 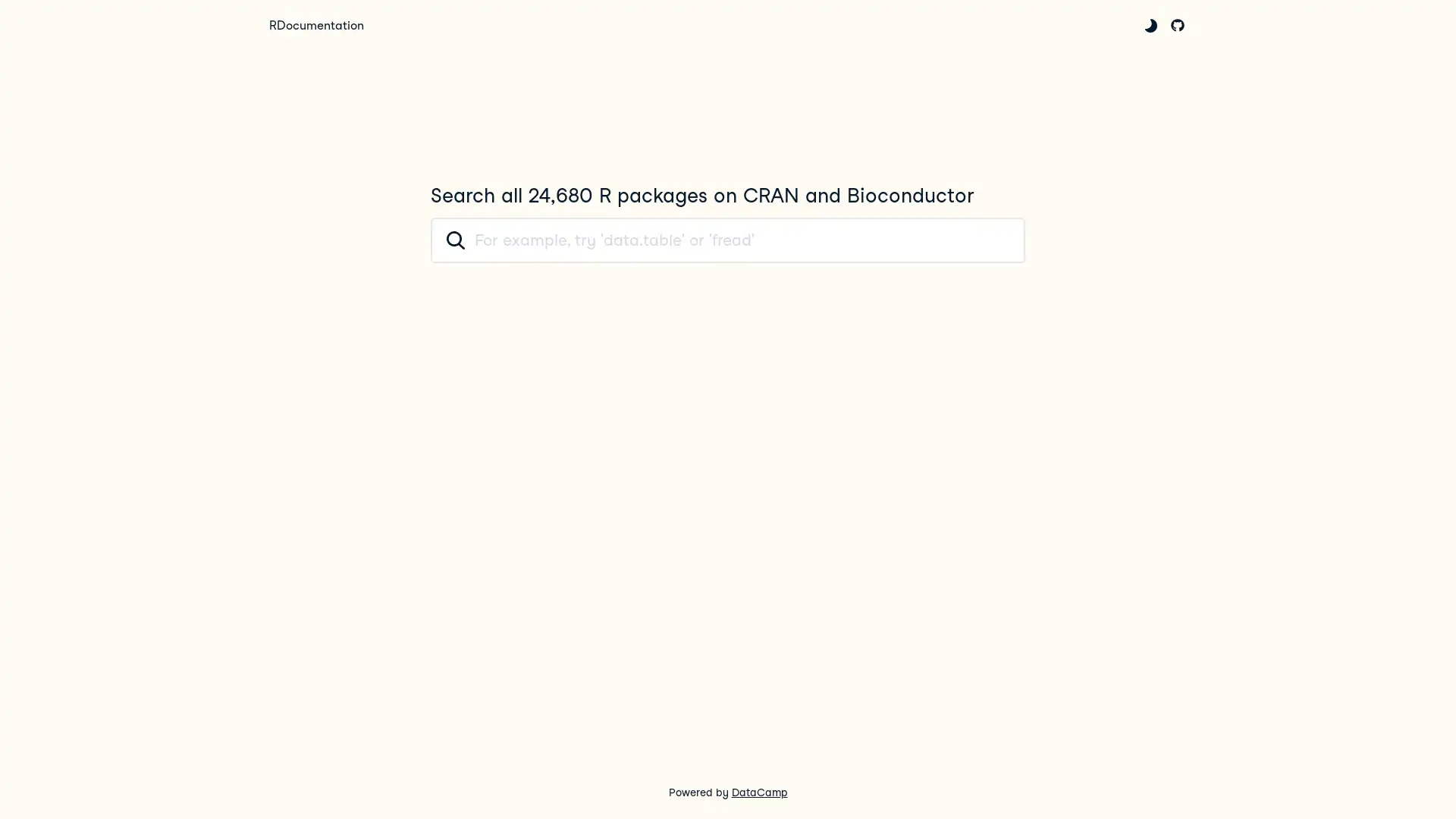 What do you see at coordinates (1150, 25) in the screenshot?
I see `toggle dark mode` at bounding box center [1150, 25].